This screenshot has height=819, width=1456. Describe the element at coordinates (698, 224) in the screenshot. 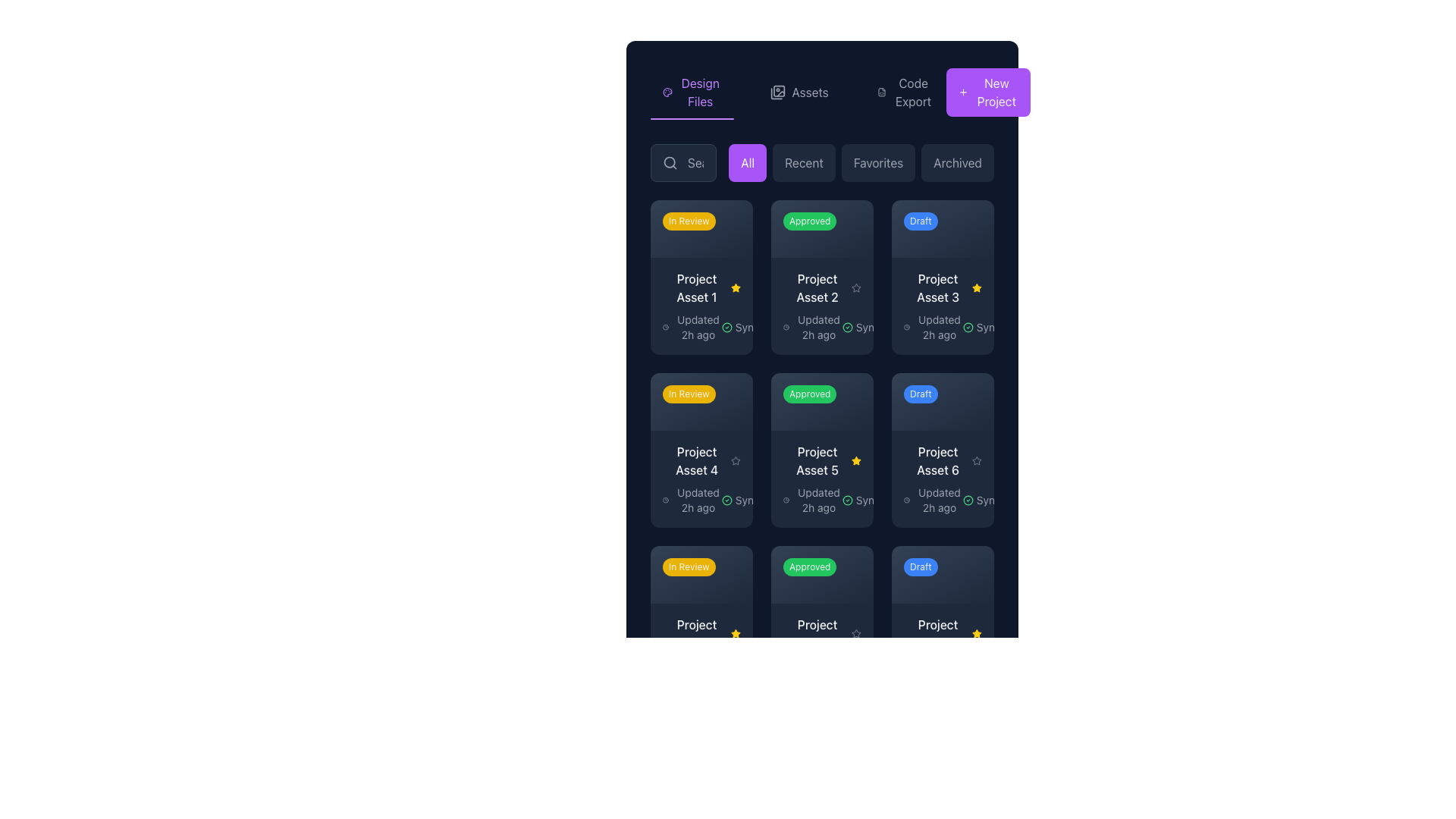

I see `the Label or Badge that indicates the status of the item on the card, which is positioned at the top-left corner above the text section` at that location.